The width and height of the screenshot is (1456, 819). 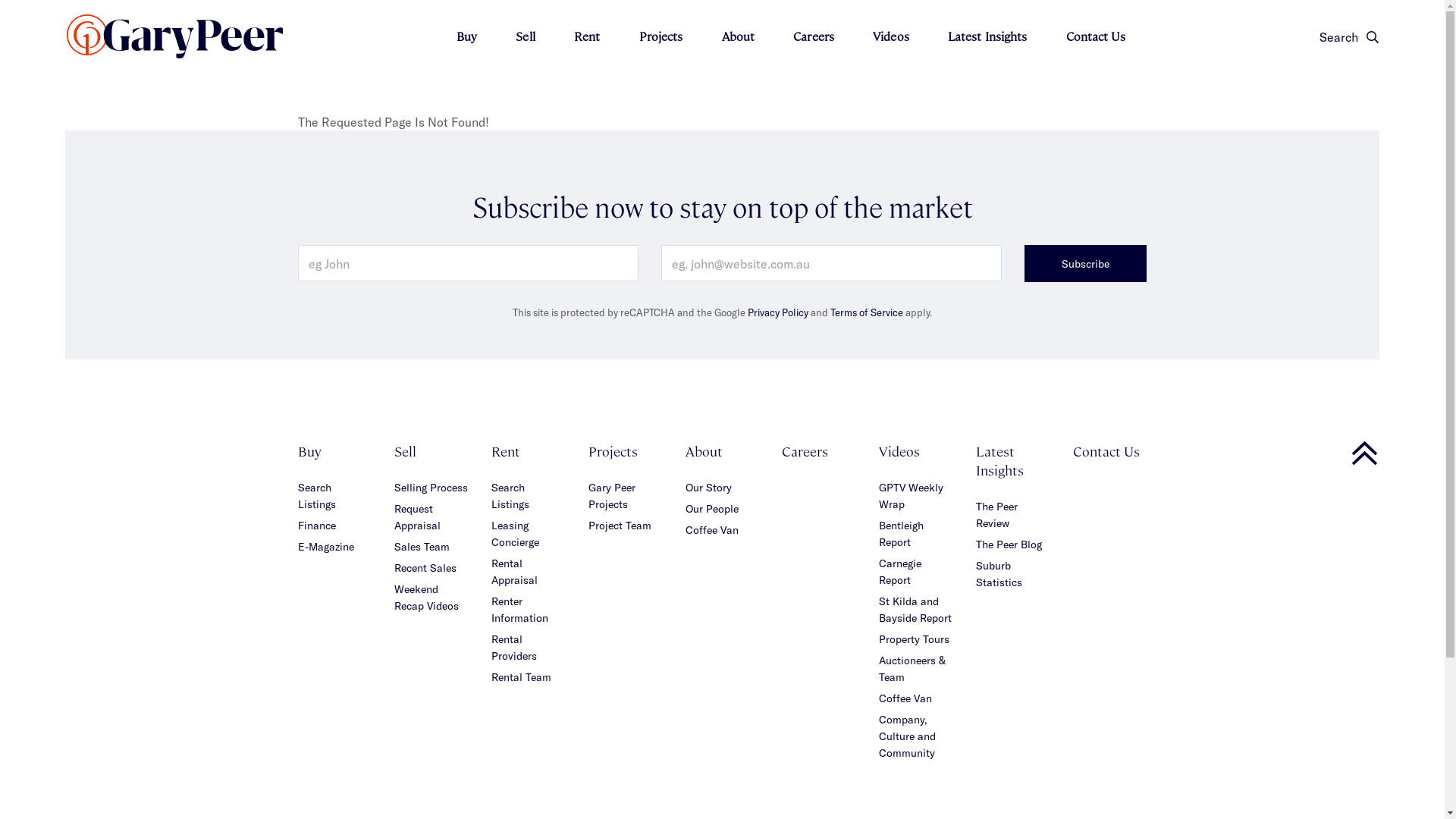 I want to click on 'Coffee Van', so click(x=711, y=529).